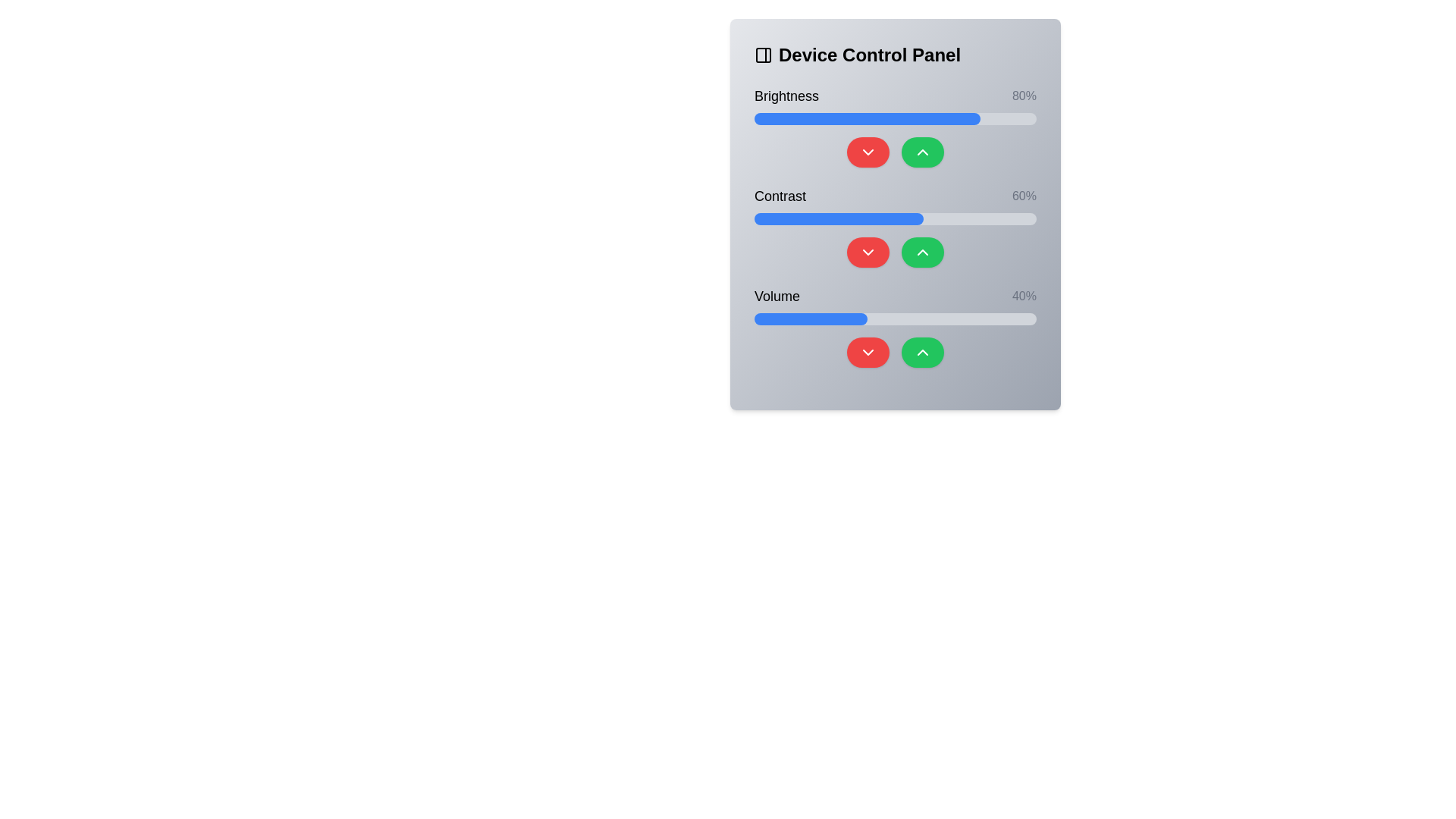 The image size is (1456, 819). Describe the element at coordinates (780, 195) in the screenshot. I see `the Text Label indicating the 'Contrast' adjustment, located in the middle row of the control panel under the 'Brightness' section` at that location.